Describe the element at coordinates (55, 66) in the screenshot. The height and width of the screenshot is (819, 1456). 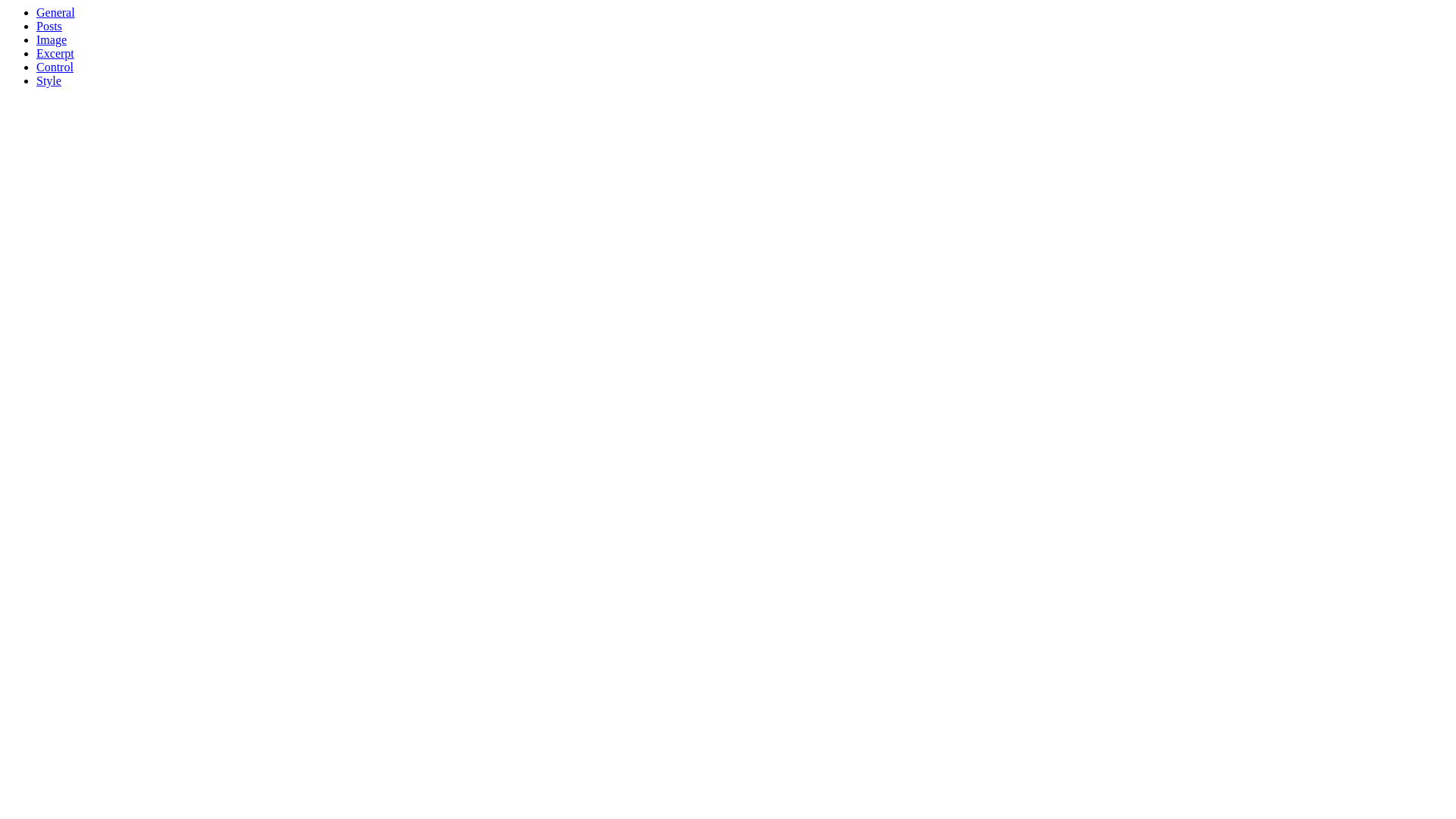
I see `'Control'` at that location.